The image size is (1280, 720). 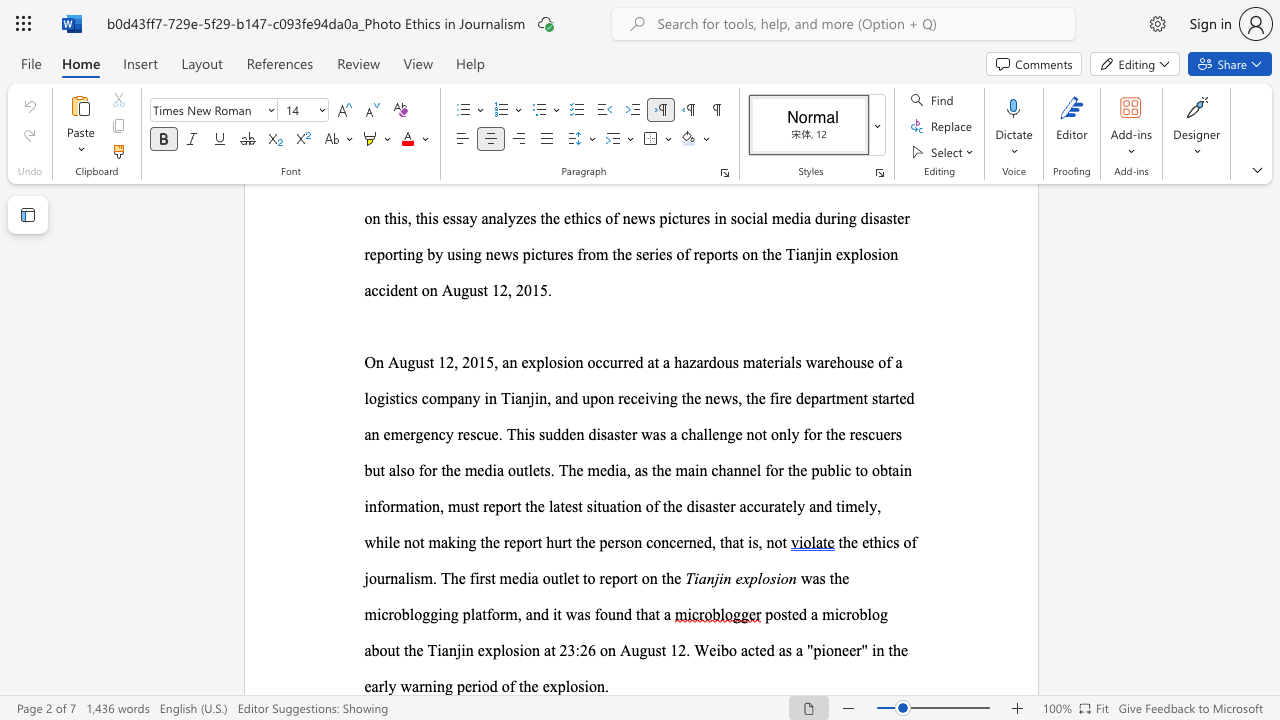 What do you see at coordinates (418, 685) in the screenshot?
I see `the subset text "rning period of the ex" within the text "posted a microblog about the Tianjin explosion at 23:26 on August 12. Weibo acted as a"` at bounding box center [418, 685].